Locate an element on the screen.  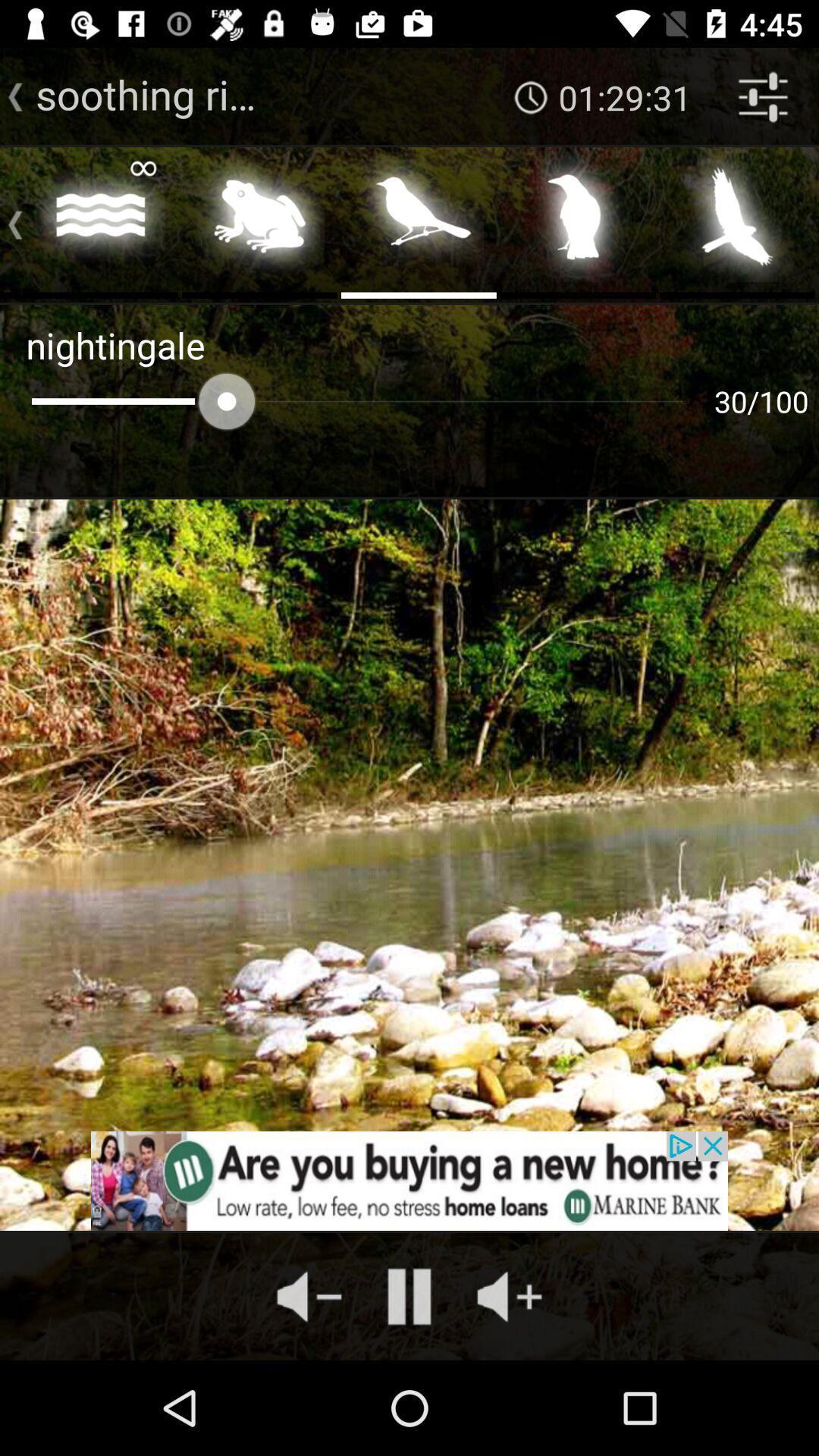
option is located at coordinates (419, 221).